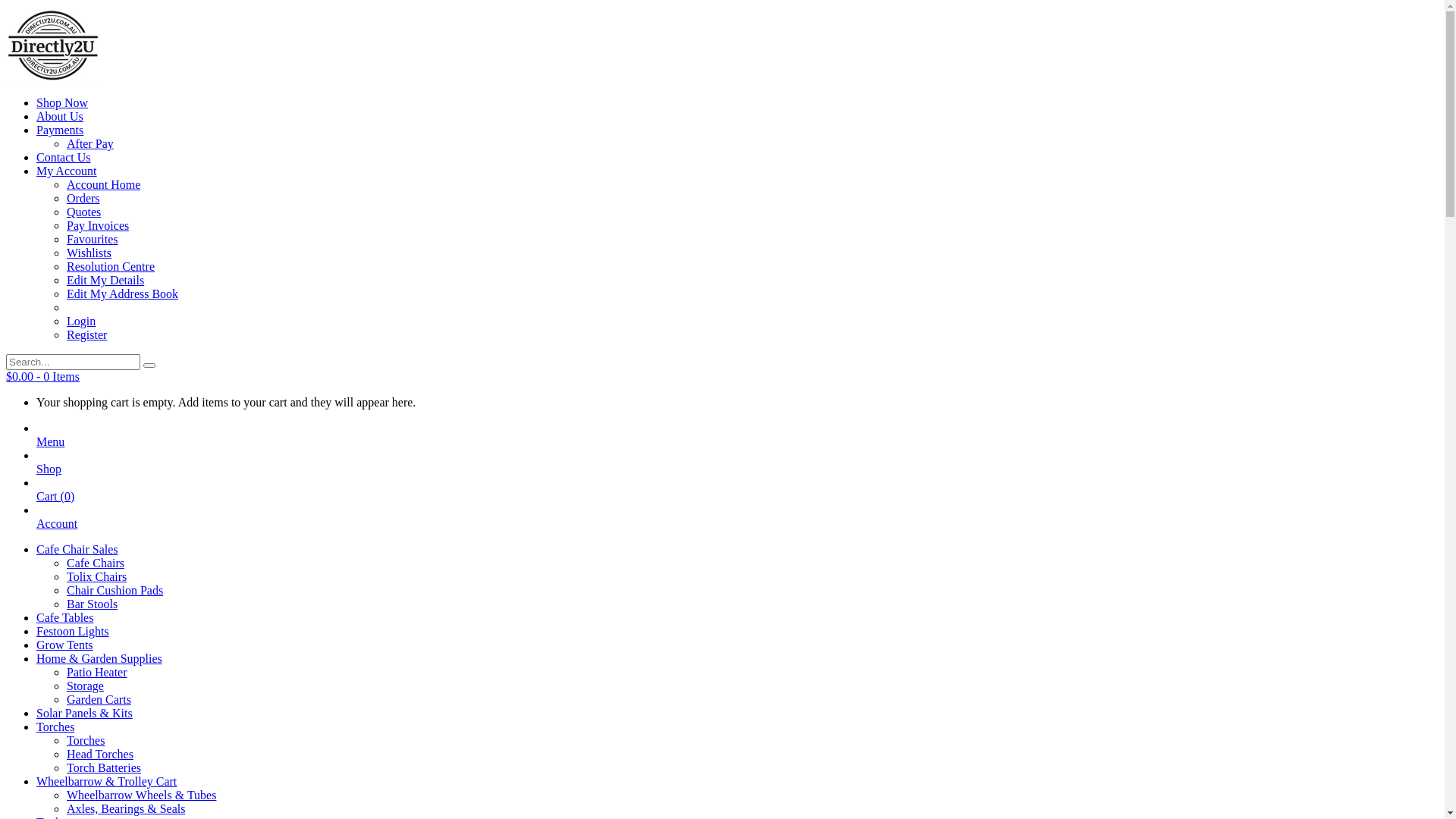 The image size is (1456, 819). What do you see at coordinates (83, 212) in the screenshot?
I see `'Quotes'` at bounding box center [83, 212].